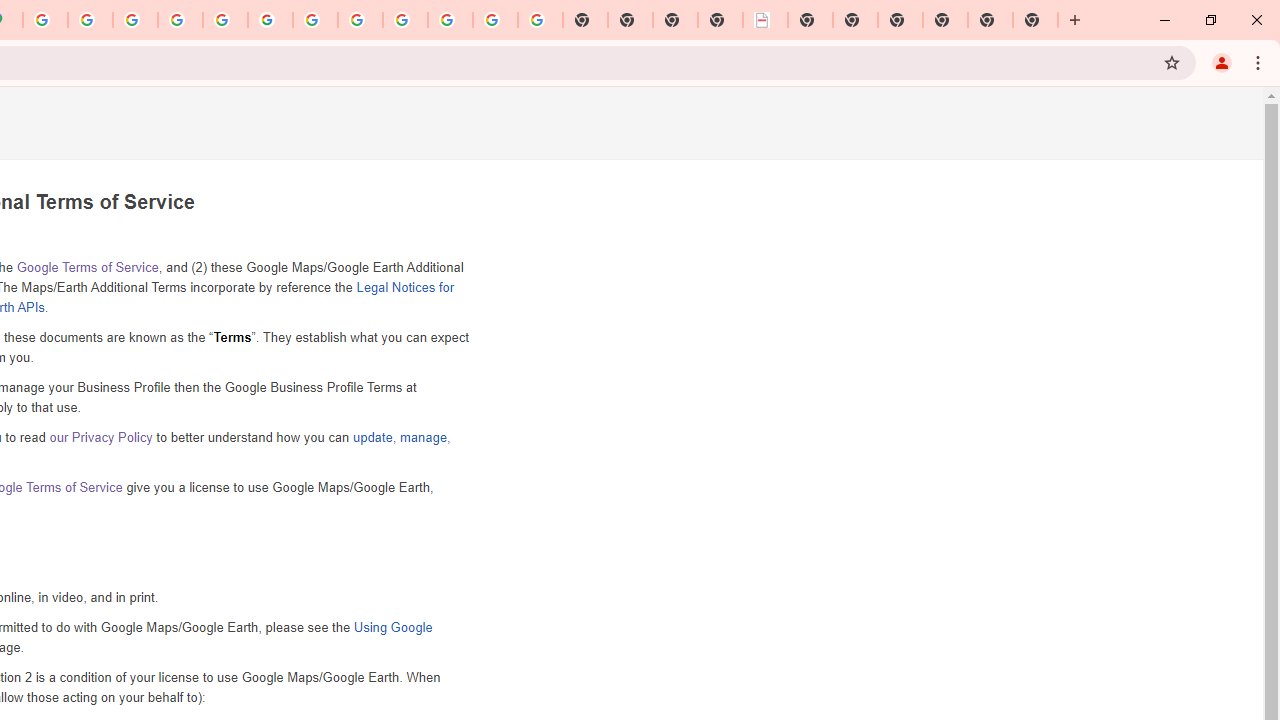  What do you see at coordinates (764, 20) in the screenshot?
I see `'LAAD Defence & Security 2025 | BAE Systems'` at bounding box center [764, 20].